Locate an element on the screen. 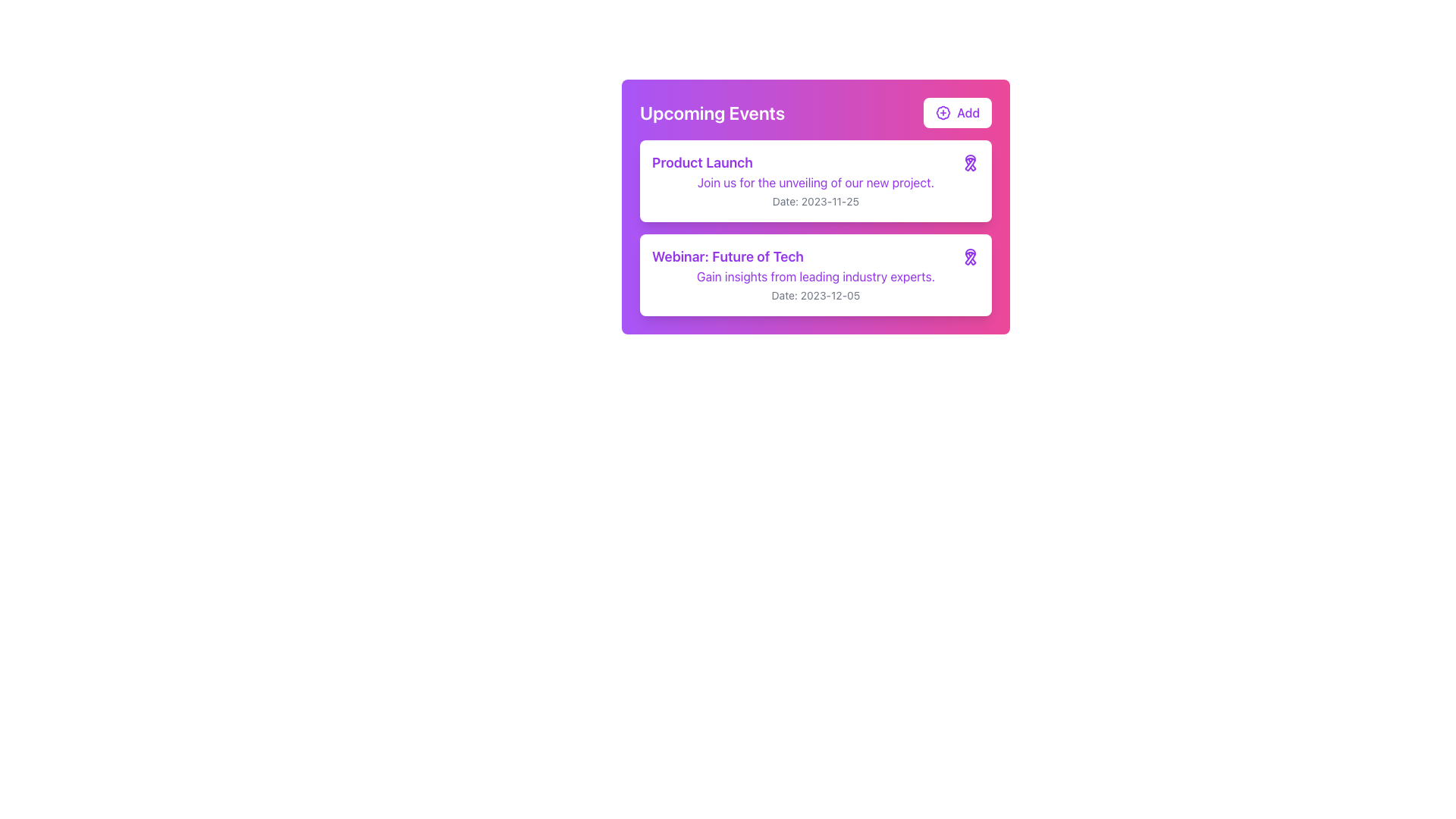 The image size is (1456, 819). the decorative ribbon-shaped icon in purple, which is part of the 'Product Launch' section is located at coordinates (971, 163).